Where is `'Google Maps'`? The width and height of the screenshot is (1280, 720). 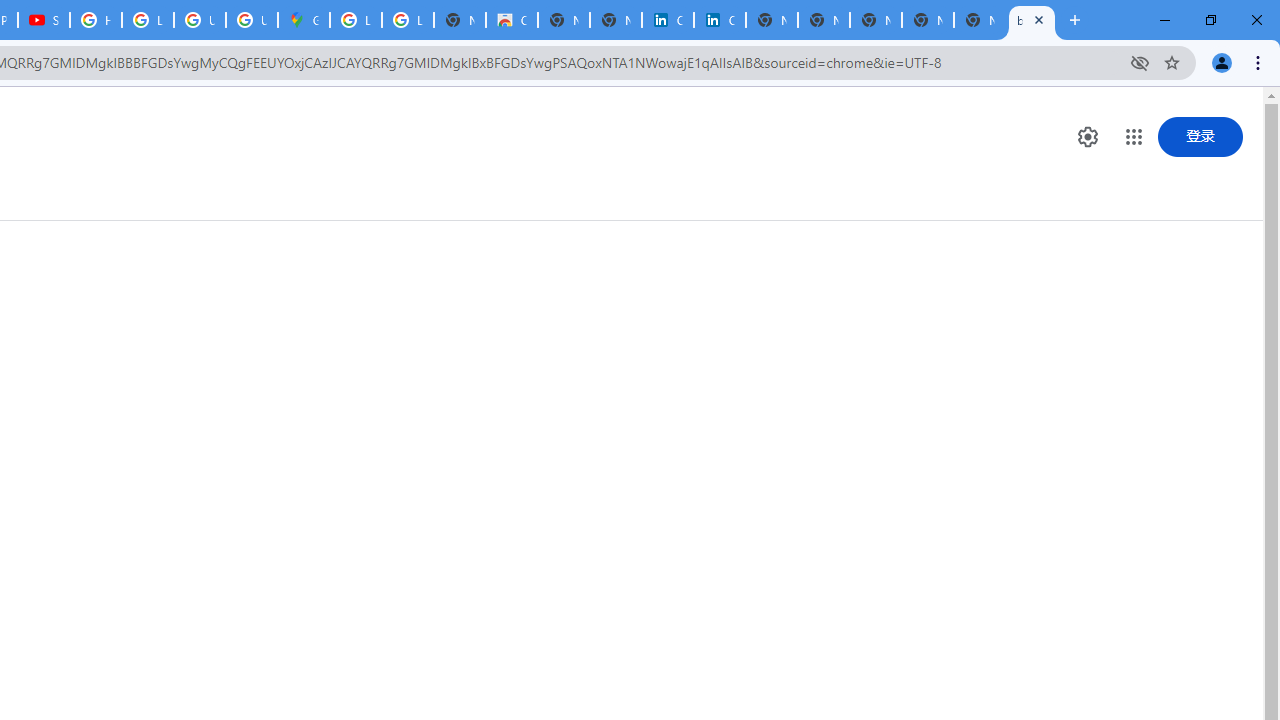
'Google Maps' is located at coordinates (303, 20).